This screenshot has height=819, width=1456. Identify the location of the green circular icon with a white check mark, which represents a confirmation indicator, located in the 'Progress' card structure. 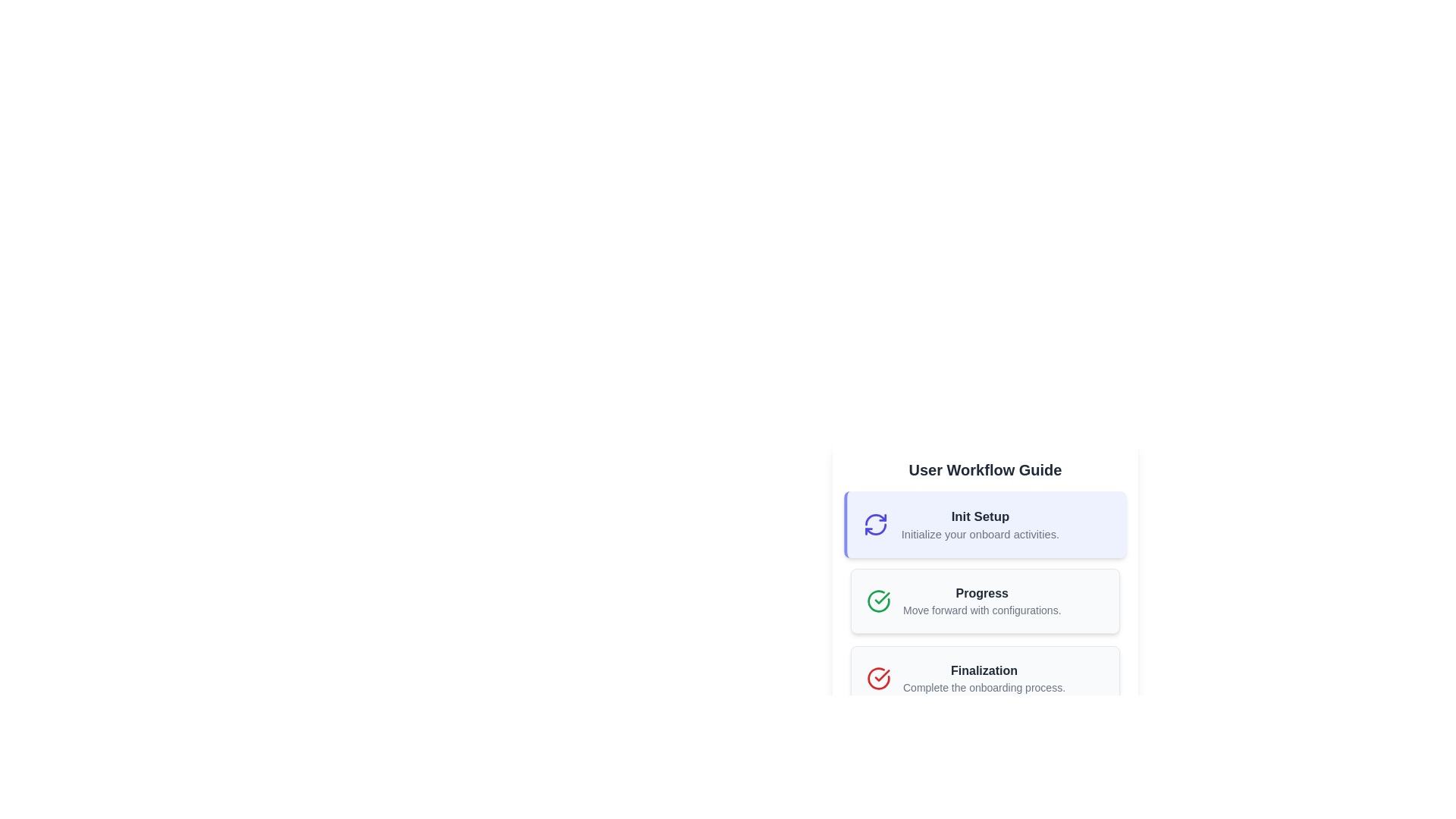
(878, 601).